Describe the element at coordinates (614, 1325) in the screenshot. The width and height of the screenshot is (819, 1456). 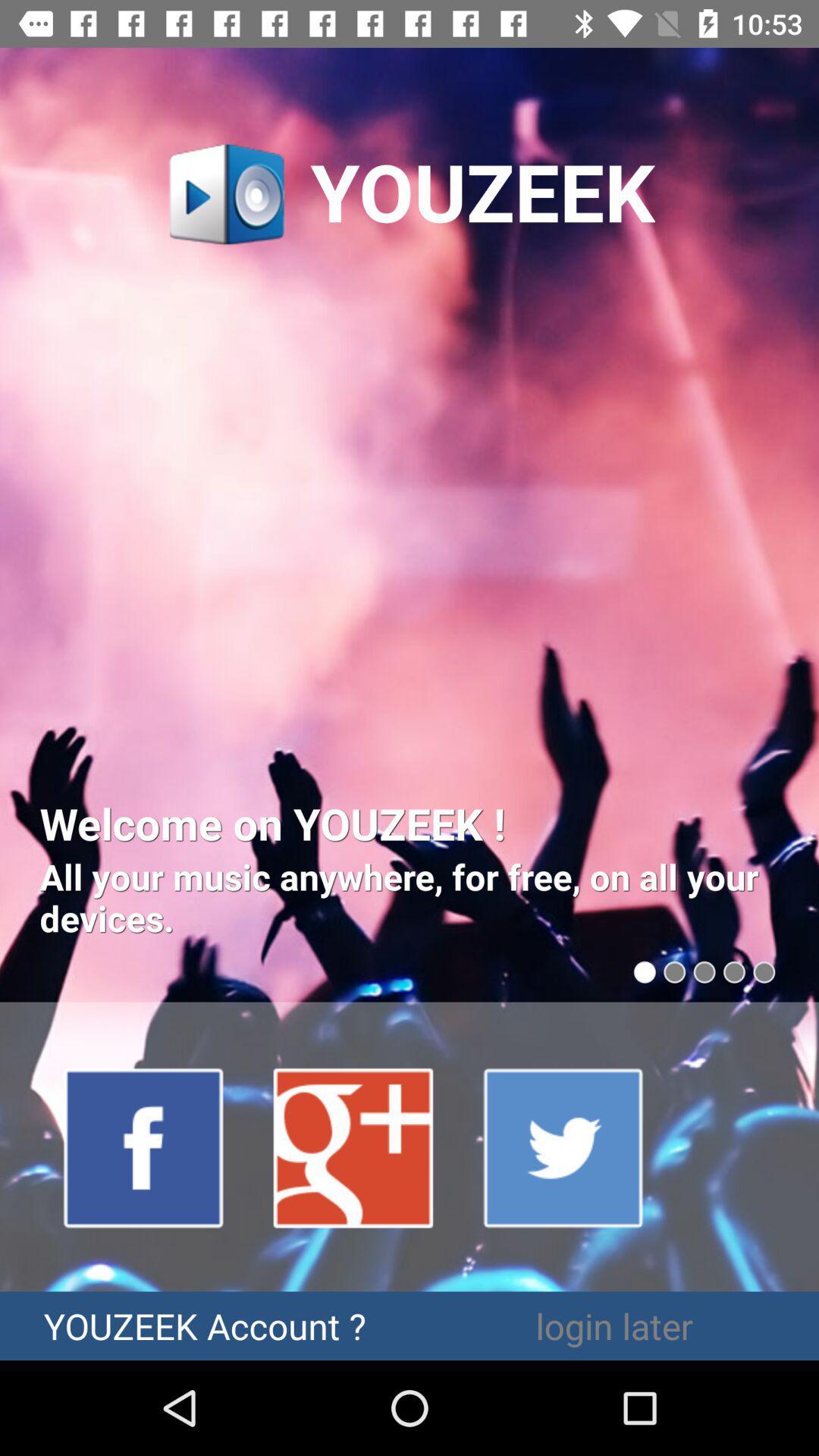
I see `the login later icon` at that location.